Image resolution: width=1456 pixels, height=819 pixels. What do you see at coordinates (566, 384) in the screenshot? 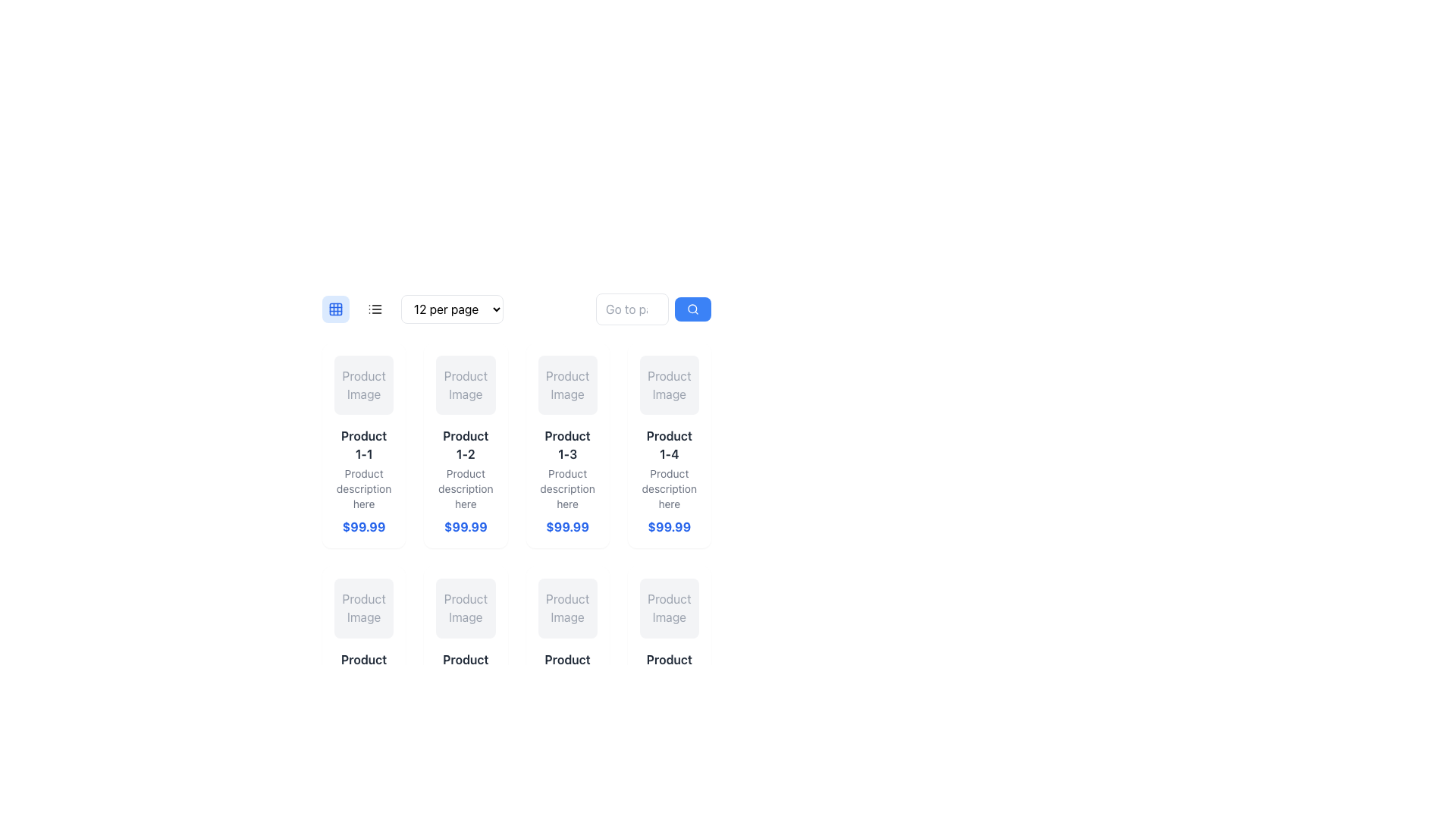
I see `the static content placeholder for the product image, which is located at the top of the product card, the third item in the first row of the grid layout` at bounding box center [566, 384].